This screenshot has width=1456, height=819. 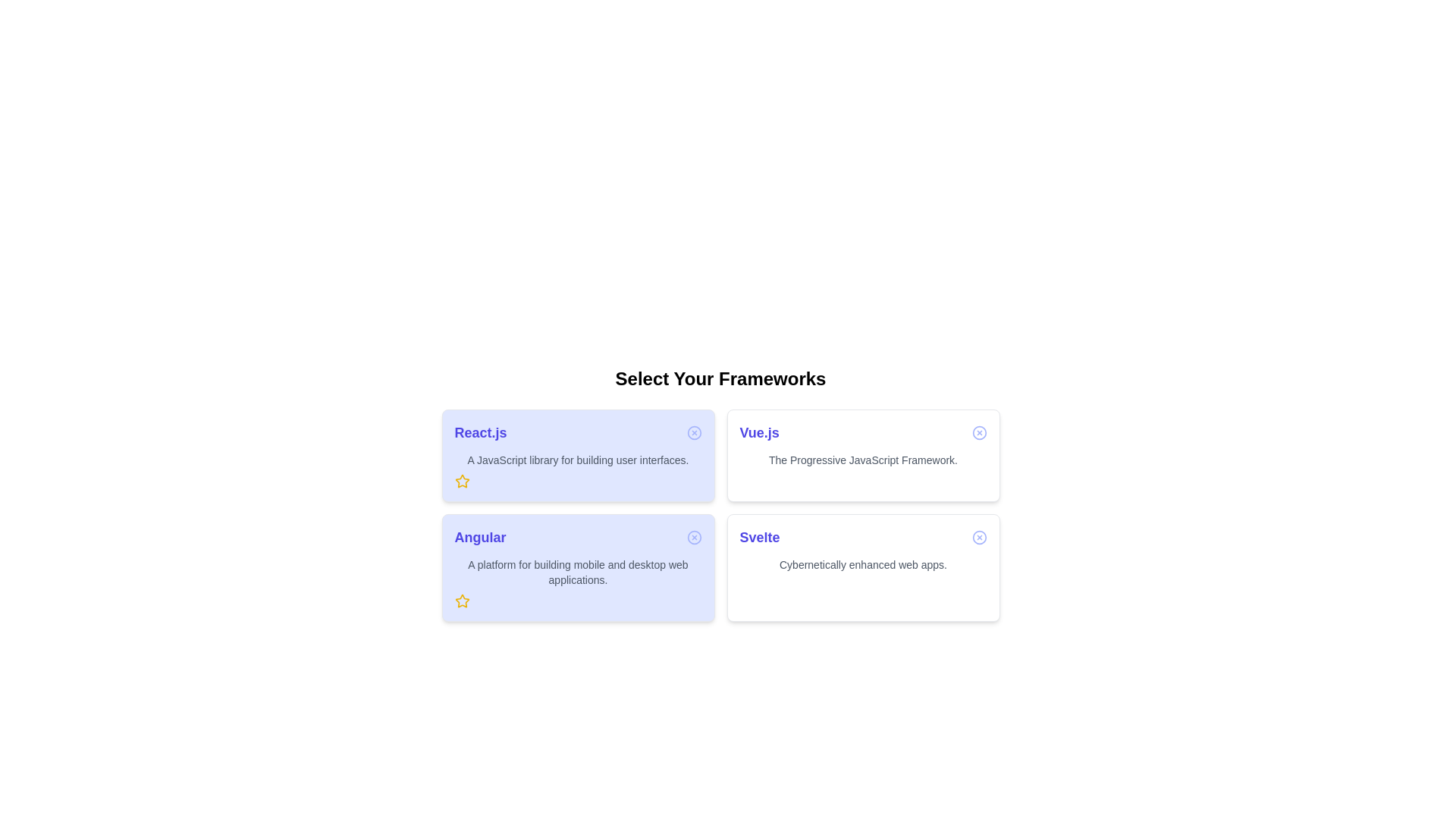 I want to click on close button on the chip labeled Vue.js to remove it, so click(x=979, y=432).